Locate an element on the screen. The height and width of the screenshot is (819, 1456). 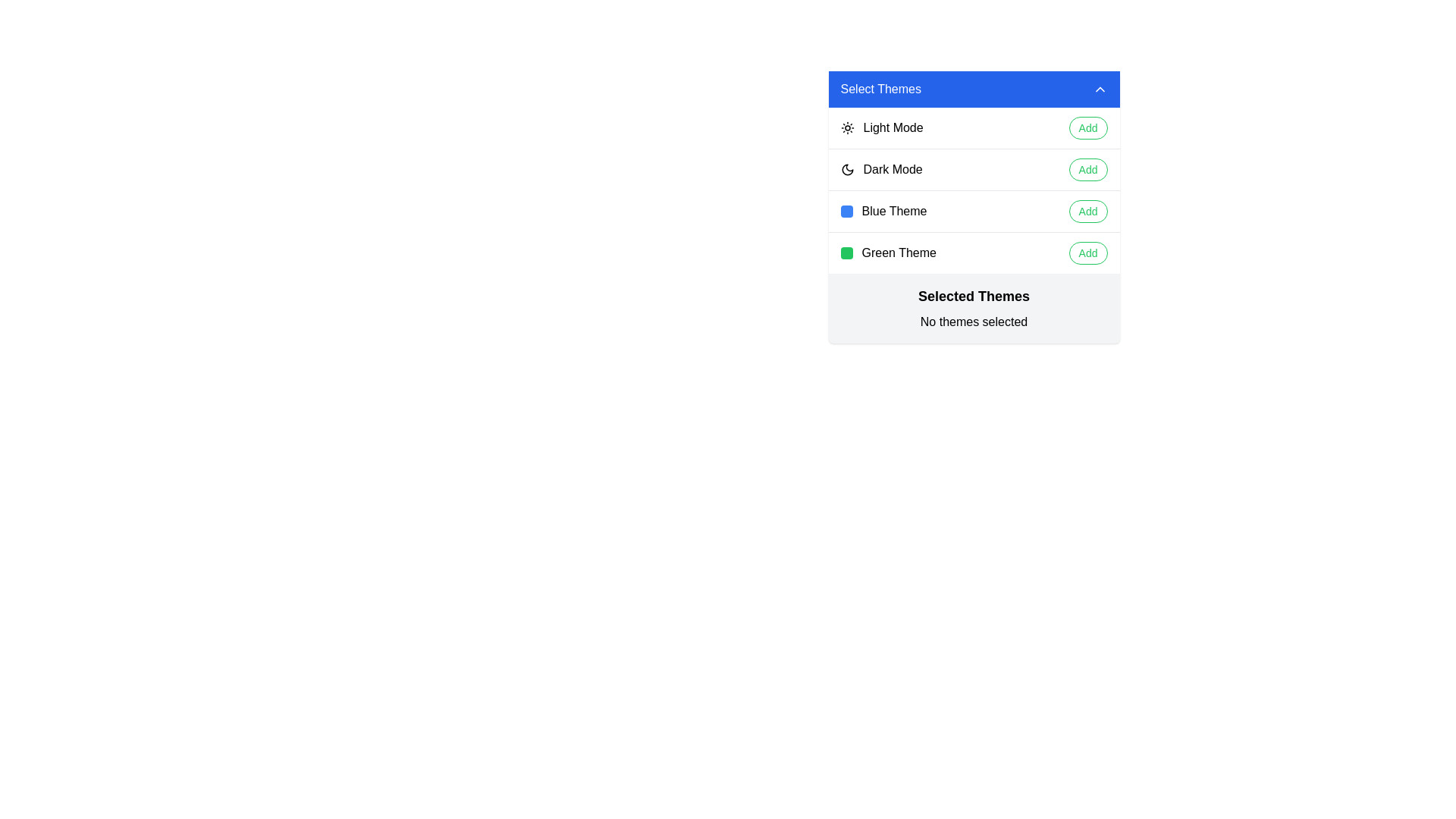
the 'dark mode' icon located to the left of the 'Dark Mode' text in the 'Select Themes' section is located at coordinates (846, 169).